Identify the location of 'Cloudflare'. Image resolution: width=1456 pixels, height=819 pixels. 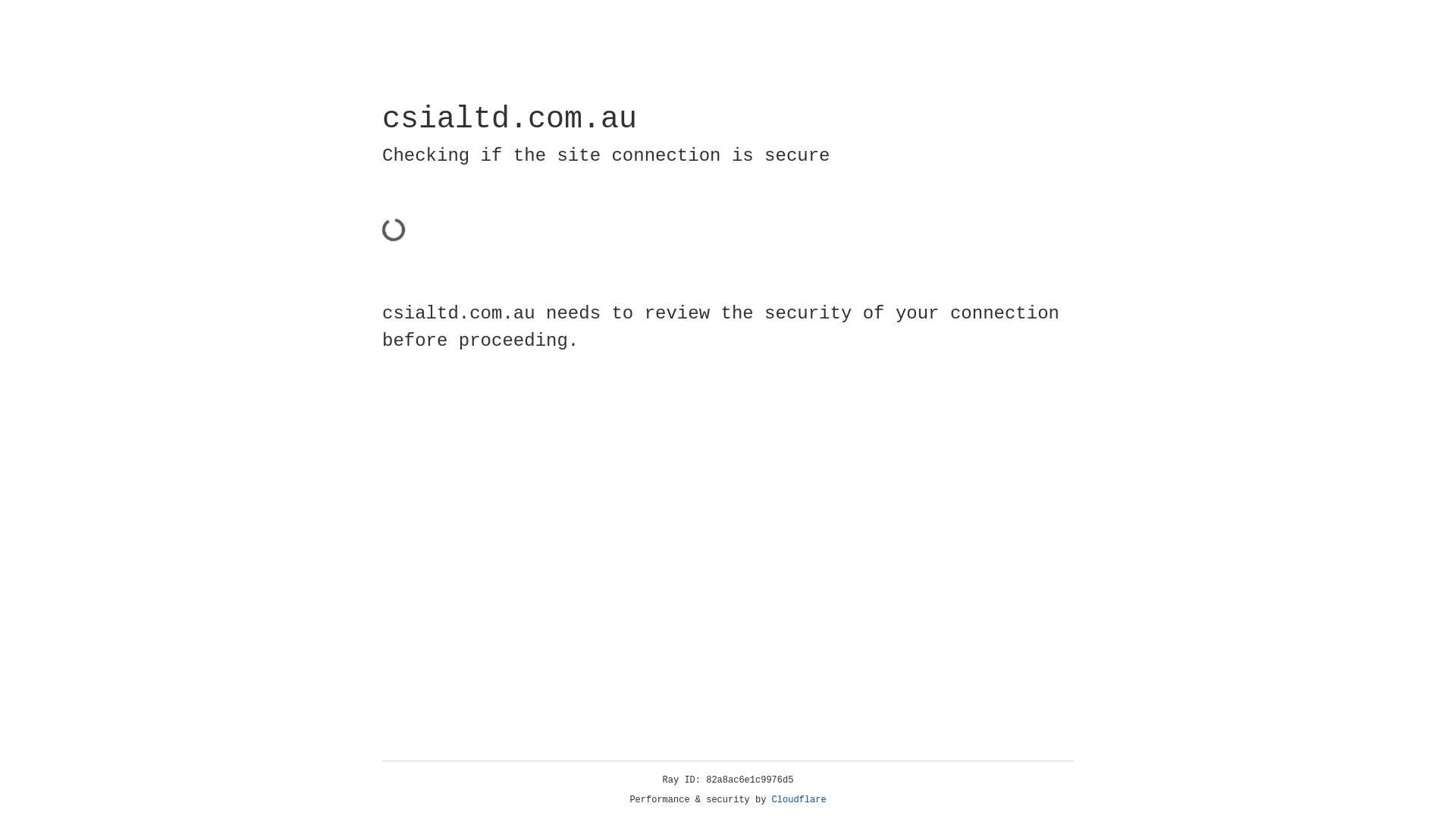
(771, 799).